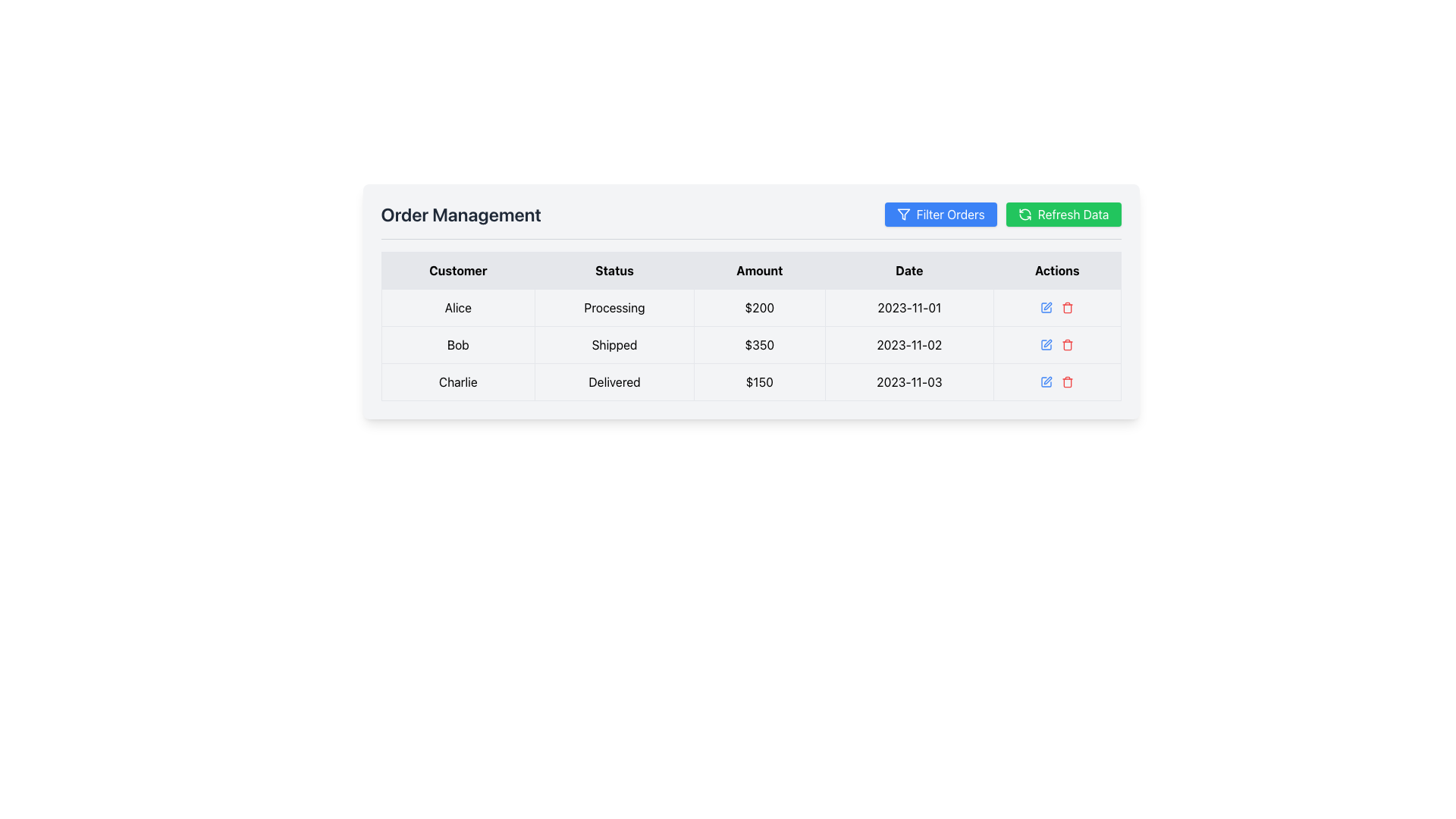 This screenshot has height=819, width=1456. Describe the element at coordinates (909, 307) in the screenshot. I see `the date display cell in the data table that represents the date for the entry 'Alice - Processing - $200', located between the '$200' field and the actions column` at that location.